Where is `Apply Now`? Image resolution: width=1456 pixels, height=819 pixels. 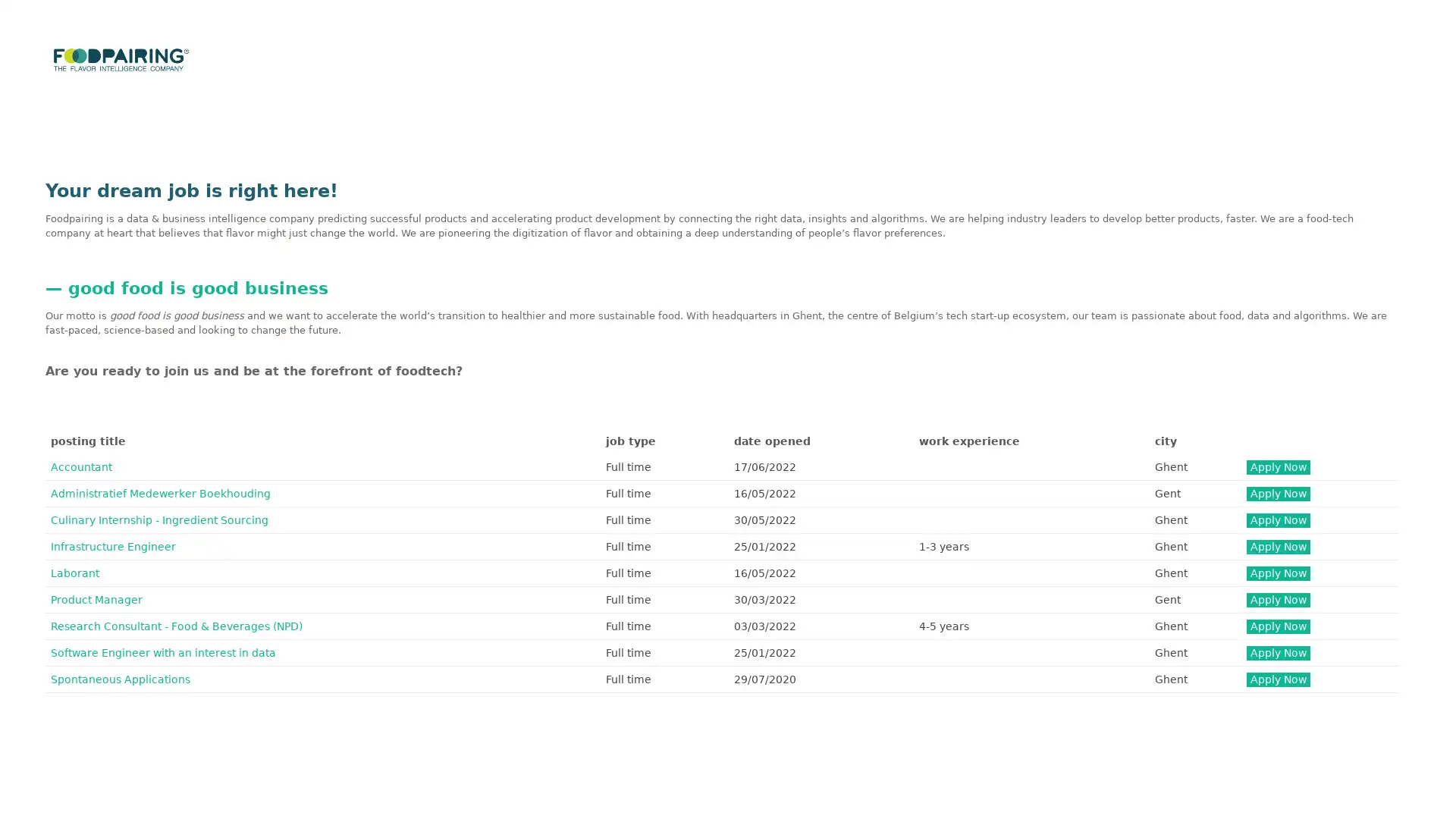
Apply Now is located at coordinates (1276, 626).